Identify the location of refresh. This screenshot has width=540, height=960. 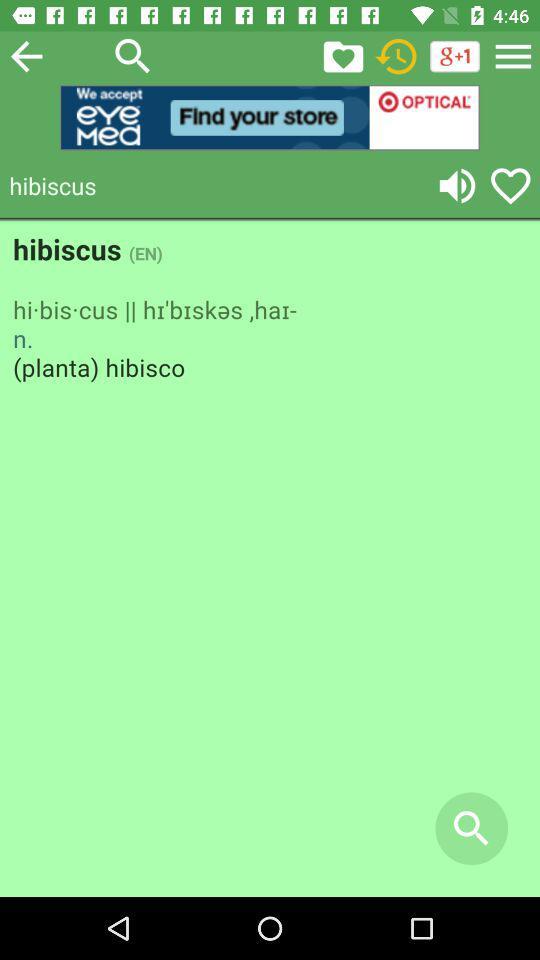
(396, 55).